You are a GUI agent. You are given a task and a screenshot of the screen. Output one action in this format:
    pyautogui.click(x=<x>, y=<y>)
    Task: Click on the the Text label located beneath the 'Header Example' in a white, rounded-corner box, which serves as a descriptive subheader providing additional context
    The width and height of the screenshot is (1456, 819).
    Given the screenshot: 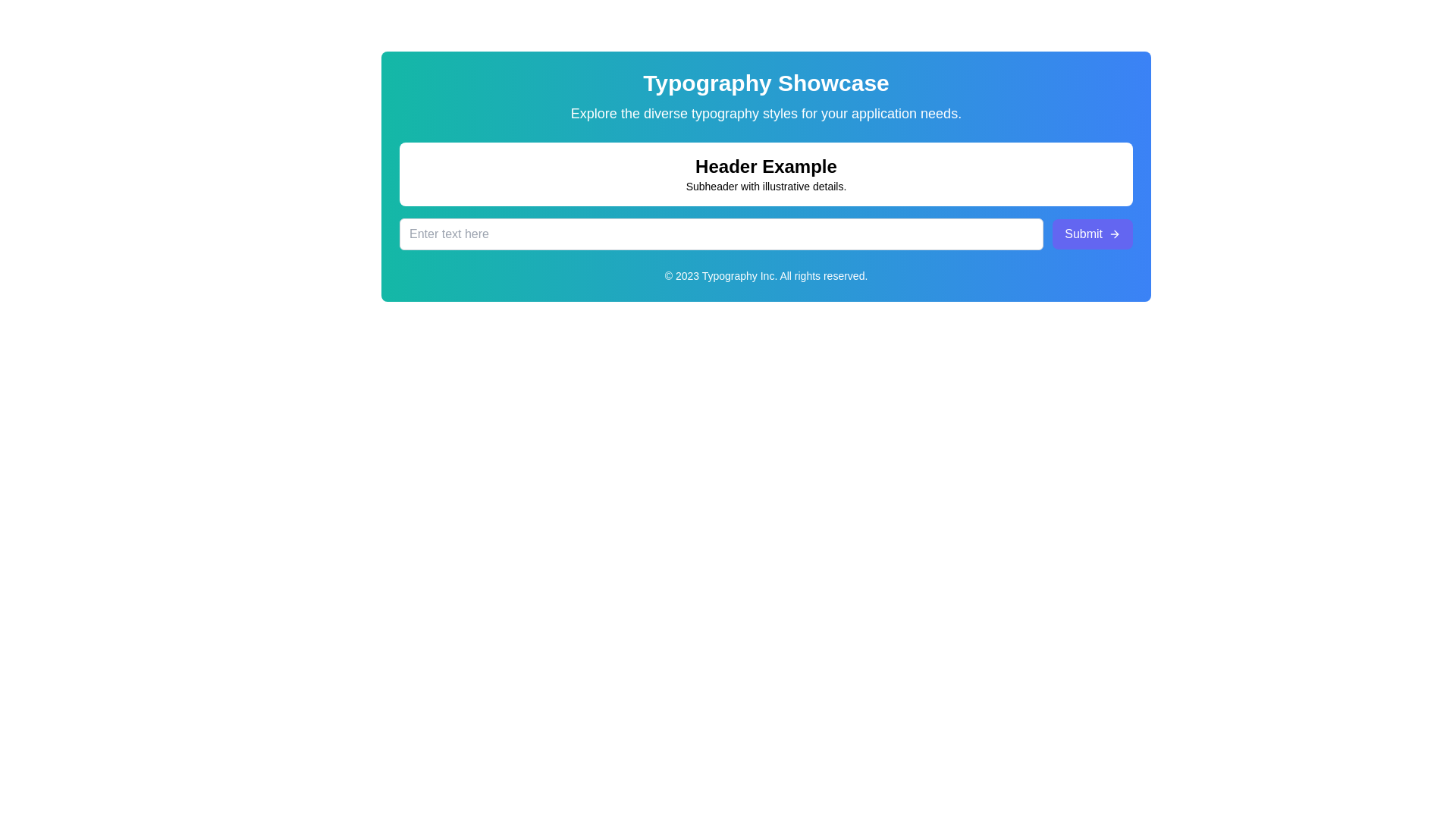 What is the action you would take?
    pyautogui.click(x=766, y=186)
    